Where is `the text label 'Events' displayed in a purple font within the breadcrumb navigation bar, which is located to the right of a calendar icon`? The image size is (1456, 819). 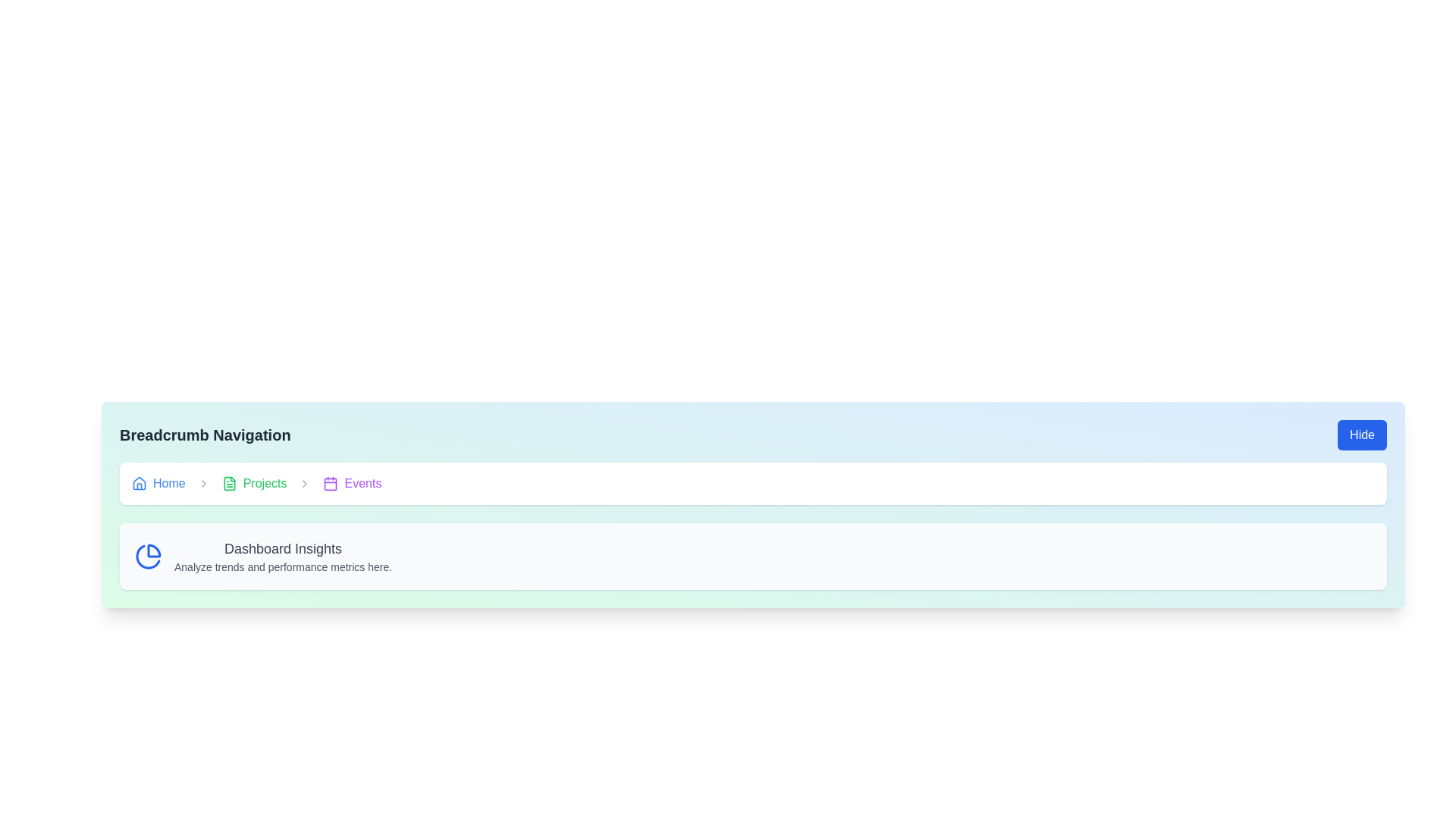
the text label 'Events' displayed in a purple font within the breadcrumb navigation bar, which is located to the right of a calendar icon is located at coordinates (362, 483).